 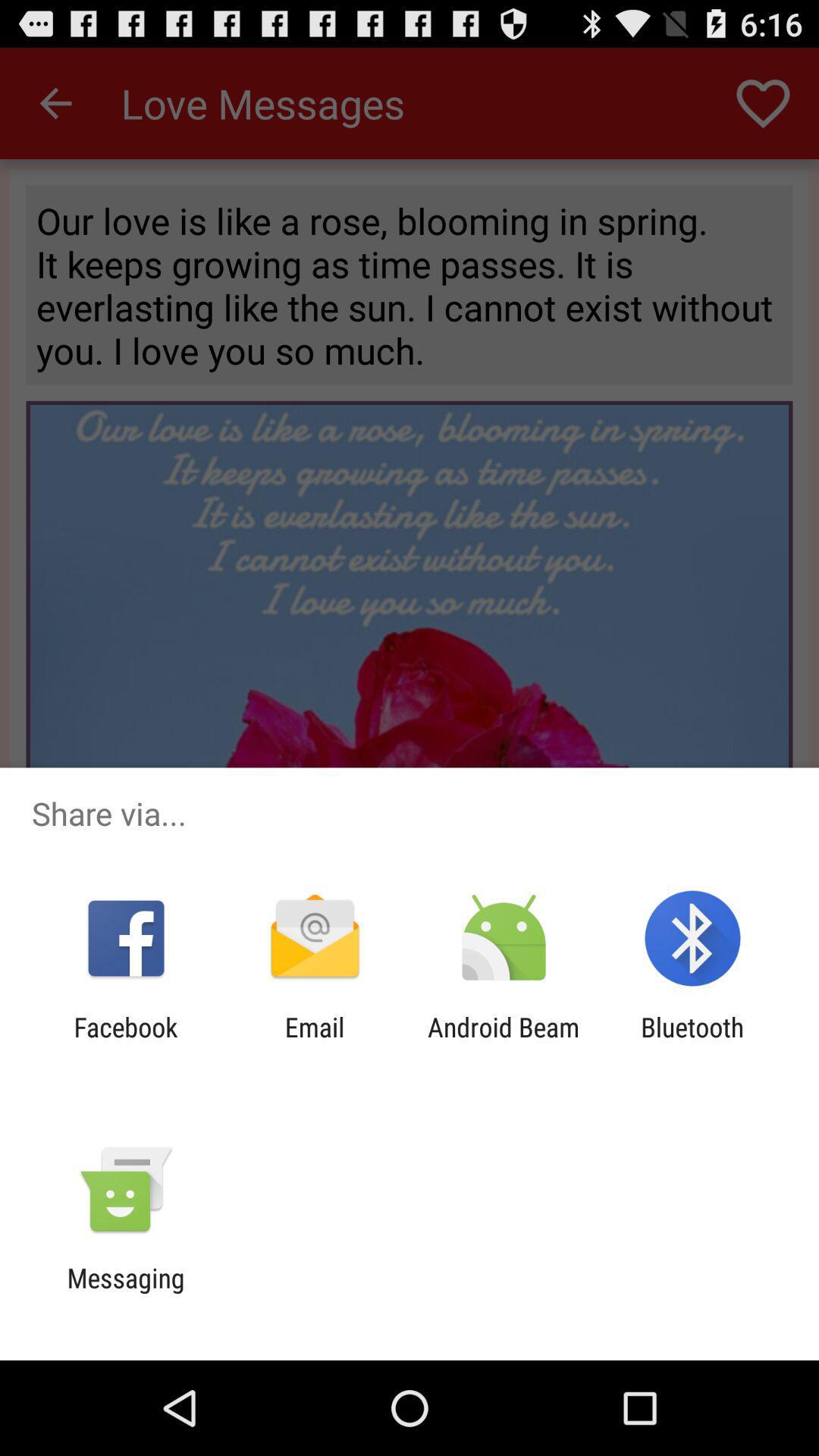 I want to click on item next to the android beam icon, so click(x=692, y=1042).